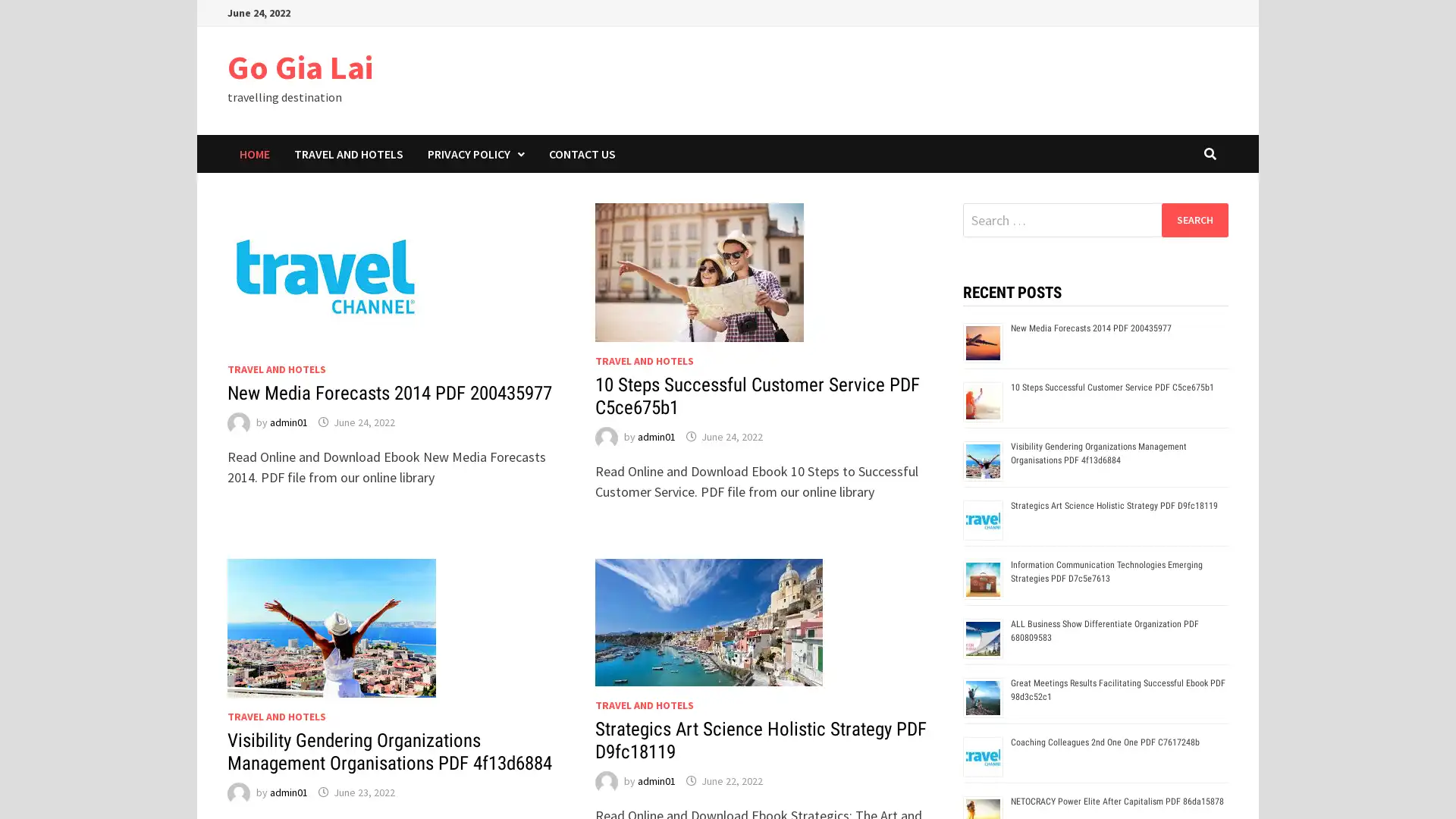  What do you see at coordinates (1194, 219) in the screenshot?
I see `Search` at bounding box center [1194, 219].